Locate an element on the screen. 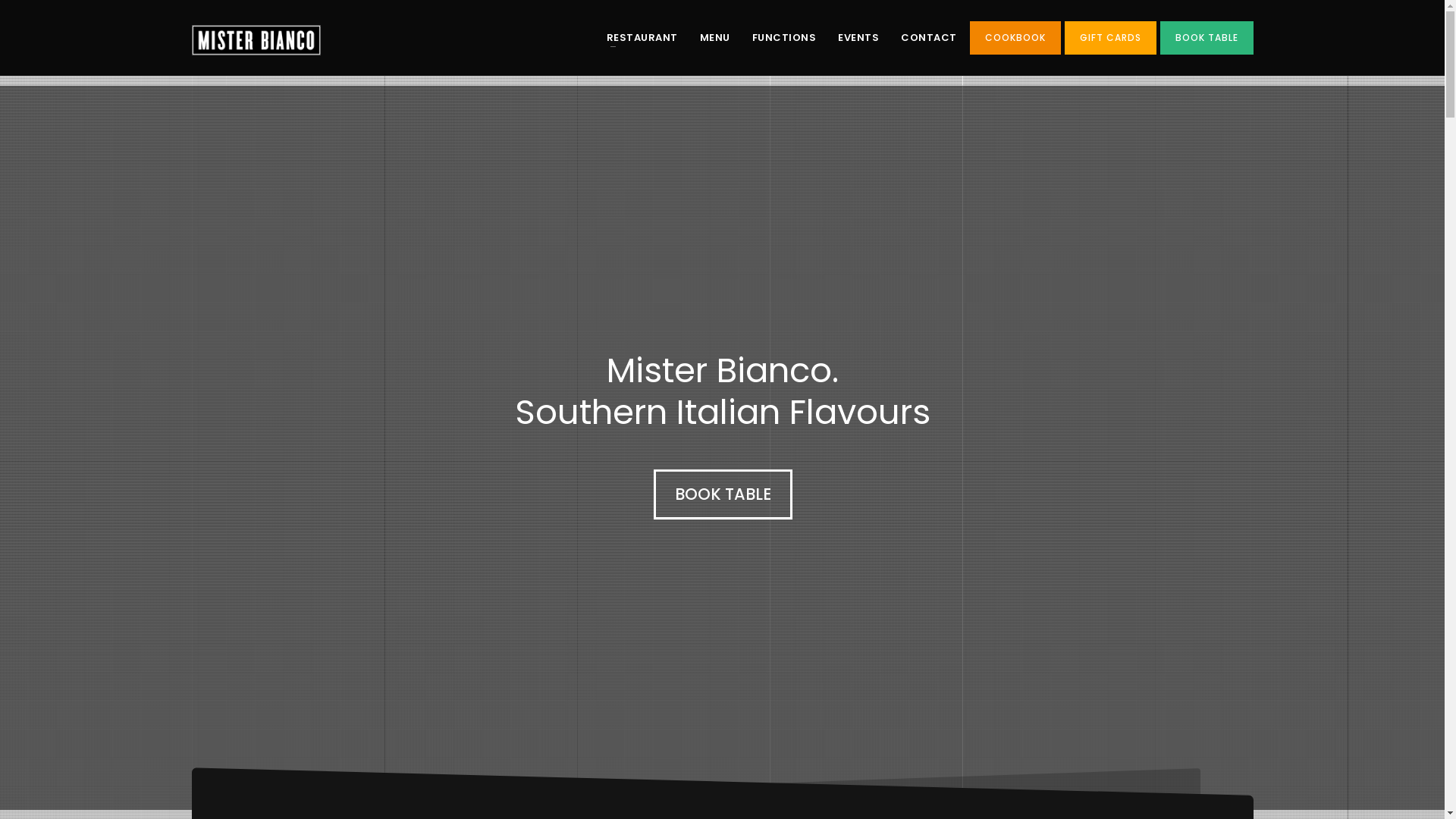 The image size is (1456, 819). 'BOOK TABLE' is located at coordinates (1206, 37).